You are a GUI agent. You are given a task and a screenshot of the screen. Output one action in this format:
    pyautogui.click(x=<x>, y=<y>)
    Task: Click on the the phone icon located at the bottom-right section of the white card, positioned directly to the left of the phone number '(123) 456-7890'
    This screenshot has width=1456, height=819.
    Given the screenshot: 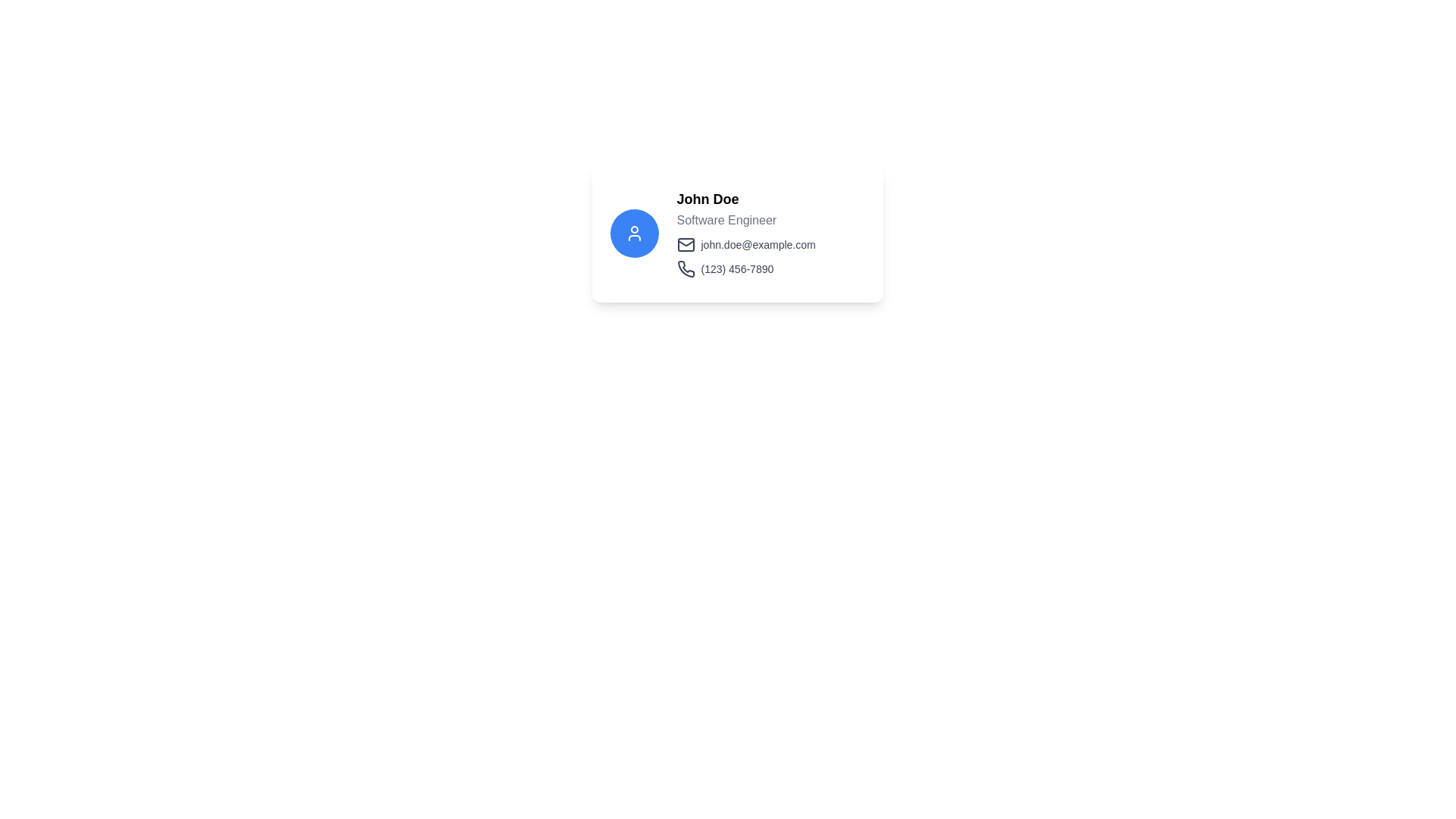 What is the action you would take?
    pyautogui.click(x=685, y=268)
    